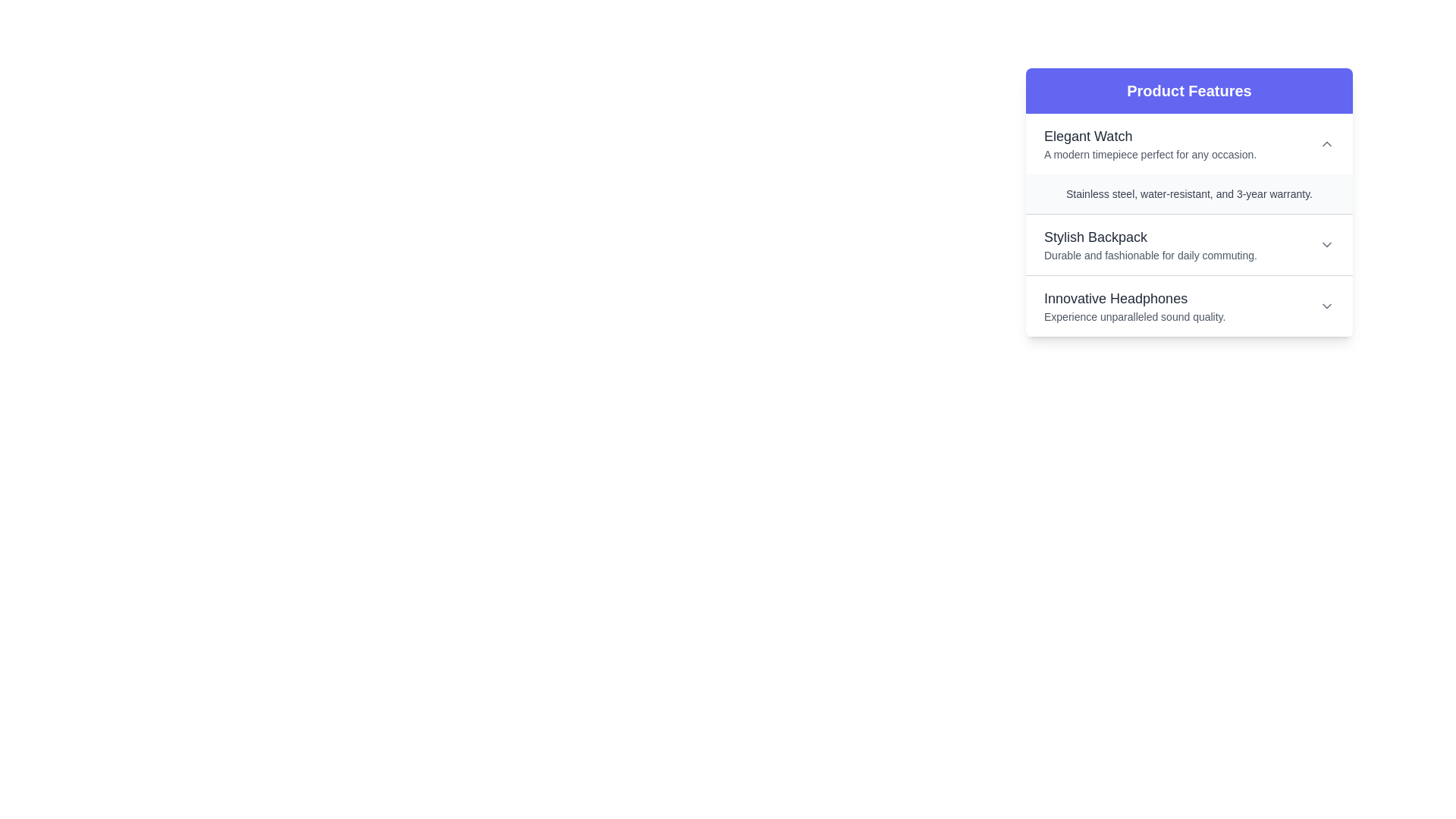  I want to click on text label providing a brief description of the product 'Elegant Watch', located within the 'Product Features' panel directly below the title 'Elegant Watch', so click(1150, 155).